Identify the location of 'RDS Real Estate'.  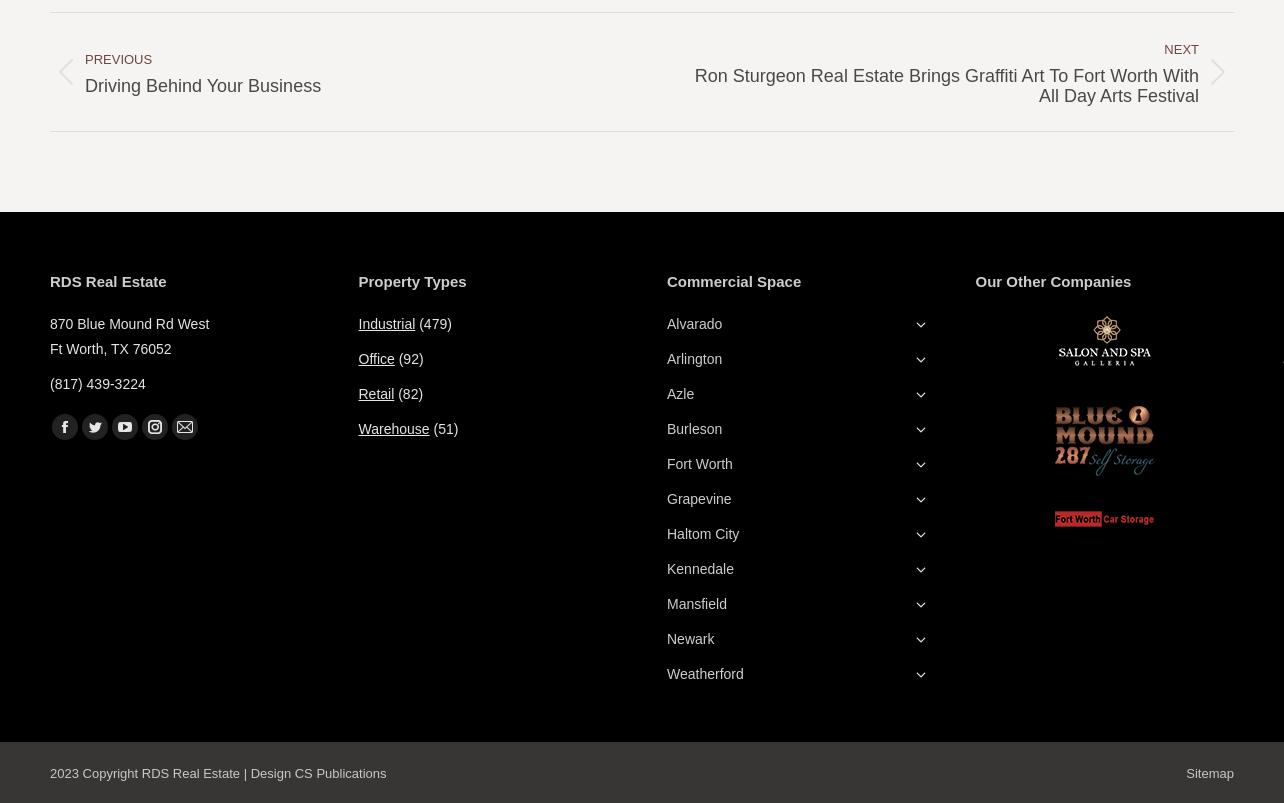
(107, 281).